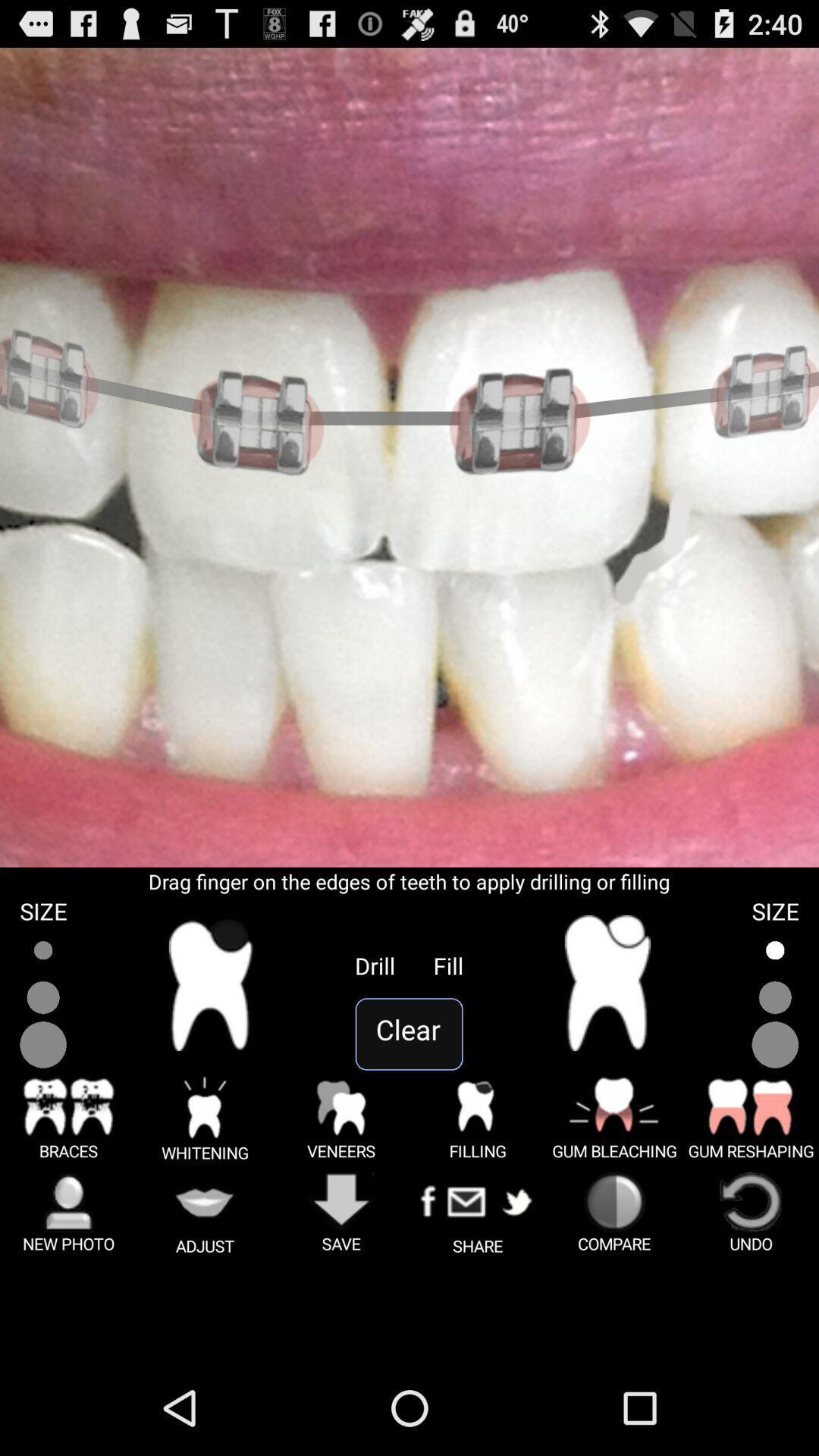 The image size is (819, 1456). Describe the element at coordinates (607, 983) in the screenshot. I see `animates a filling on a selected tooth` at that location.